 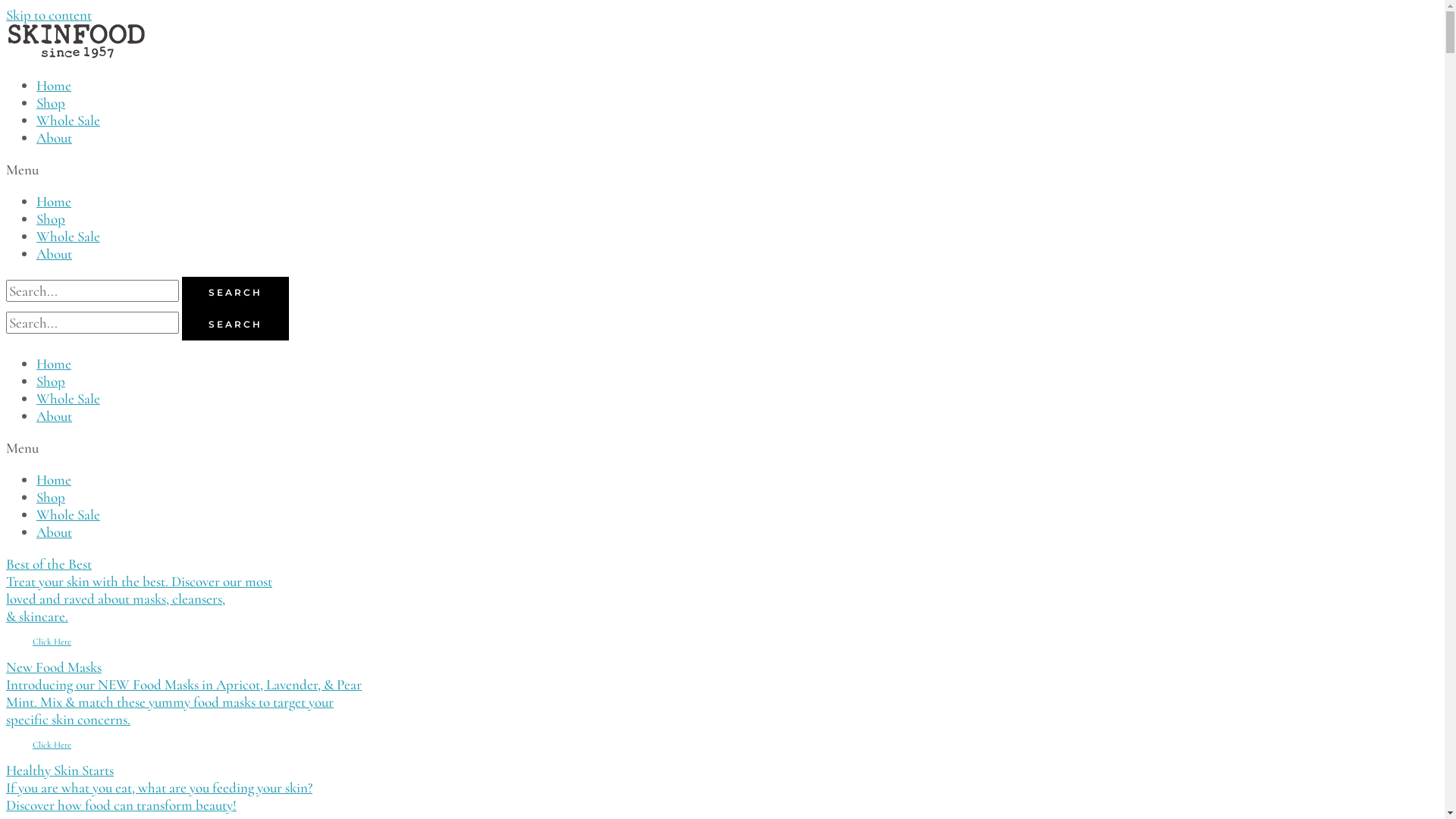 What do you see at coordinates (36, 119) in the screenshot?
I see `'Whole Sale'` at bounding box center [36, 119].